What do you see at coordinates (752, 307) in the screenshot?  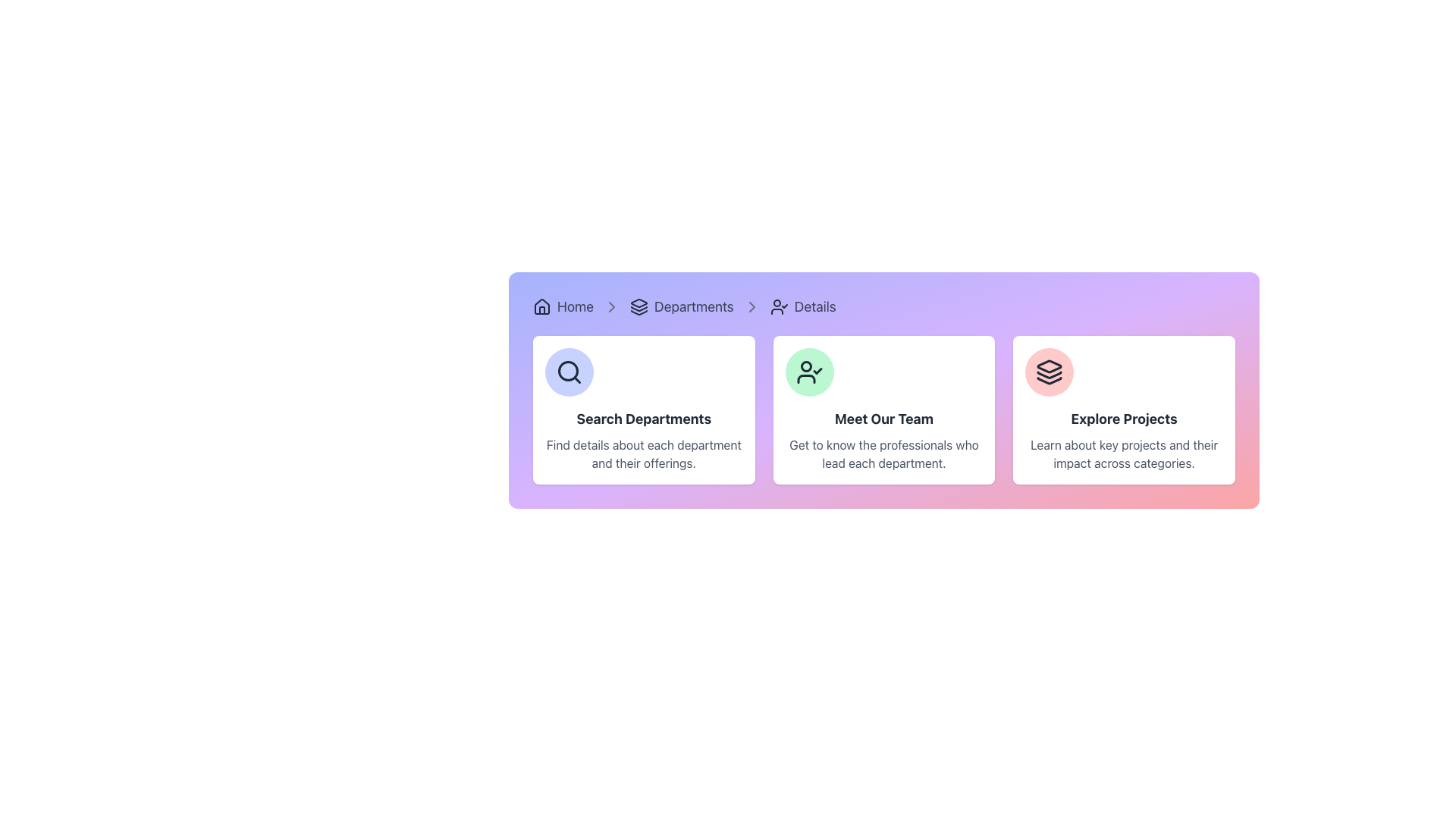 I see `the right-pointing arrow icon in the breadcrumb navigation bar, which is styled in gray and located between the 'Departments' and 'Details' text links` at bounding box center [752, 307].